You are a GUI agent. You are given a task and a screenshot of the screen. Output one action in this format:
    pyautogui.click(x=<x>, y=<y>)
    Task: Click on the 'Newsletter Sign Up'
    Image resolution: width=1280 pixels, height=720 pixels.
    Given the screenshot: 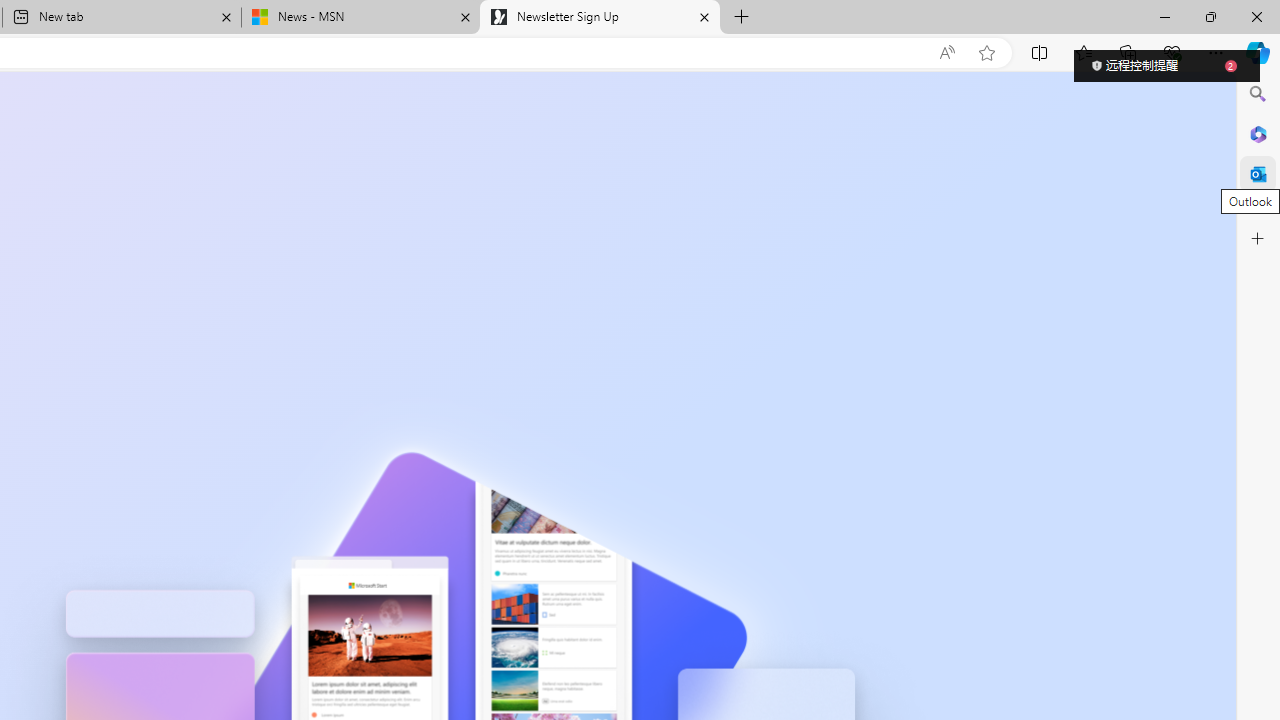 What is the action you would take?
    pyautogui.click(x=599, y=17)
    